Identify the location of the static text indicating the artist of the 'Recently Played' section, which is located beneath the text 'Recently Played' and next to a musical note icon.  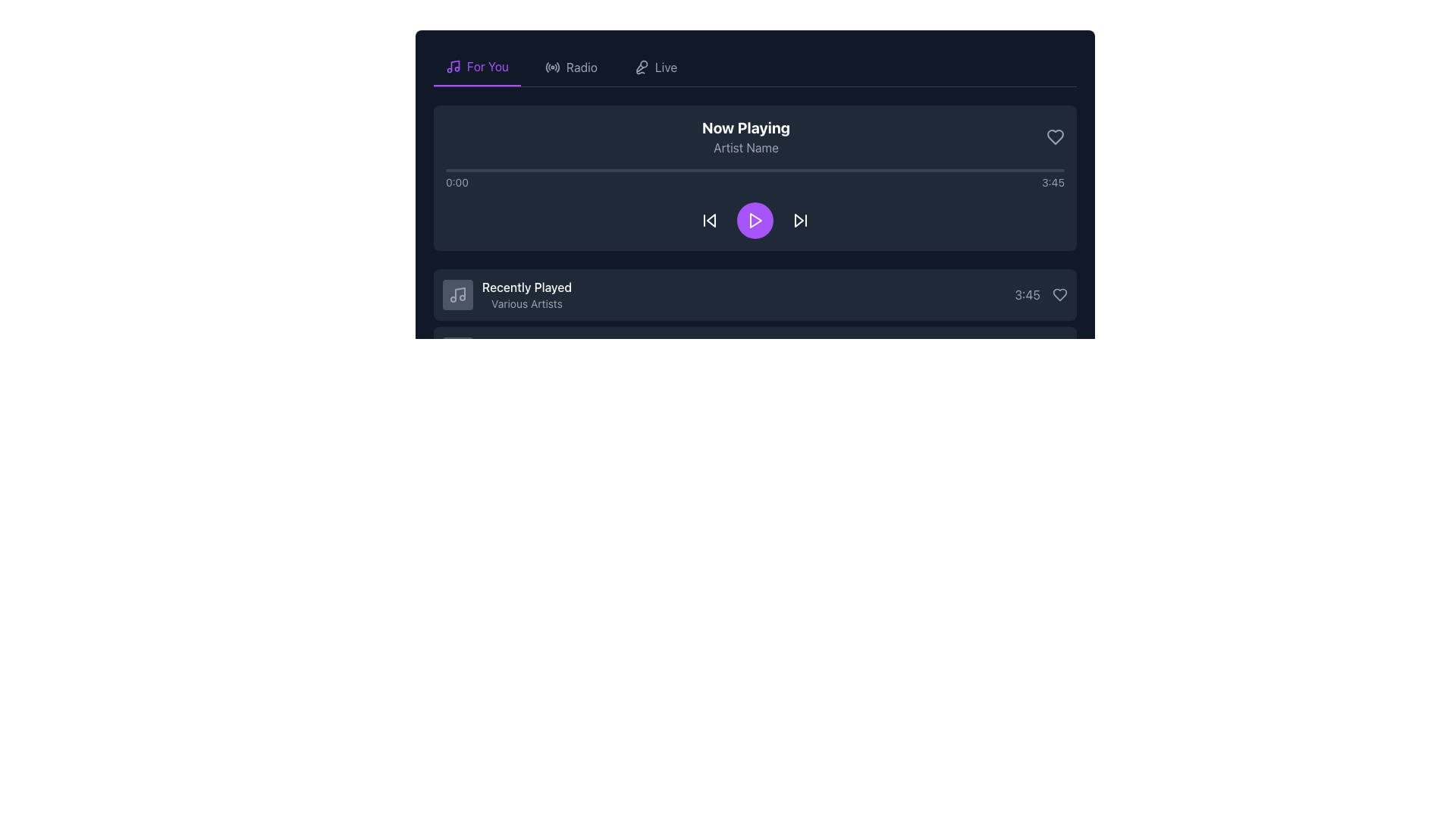
(527, 304).